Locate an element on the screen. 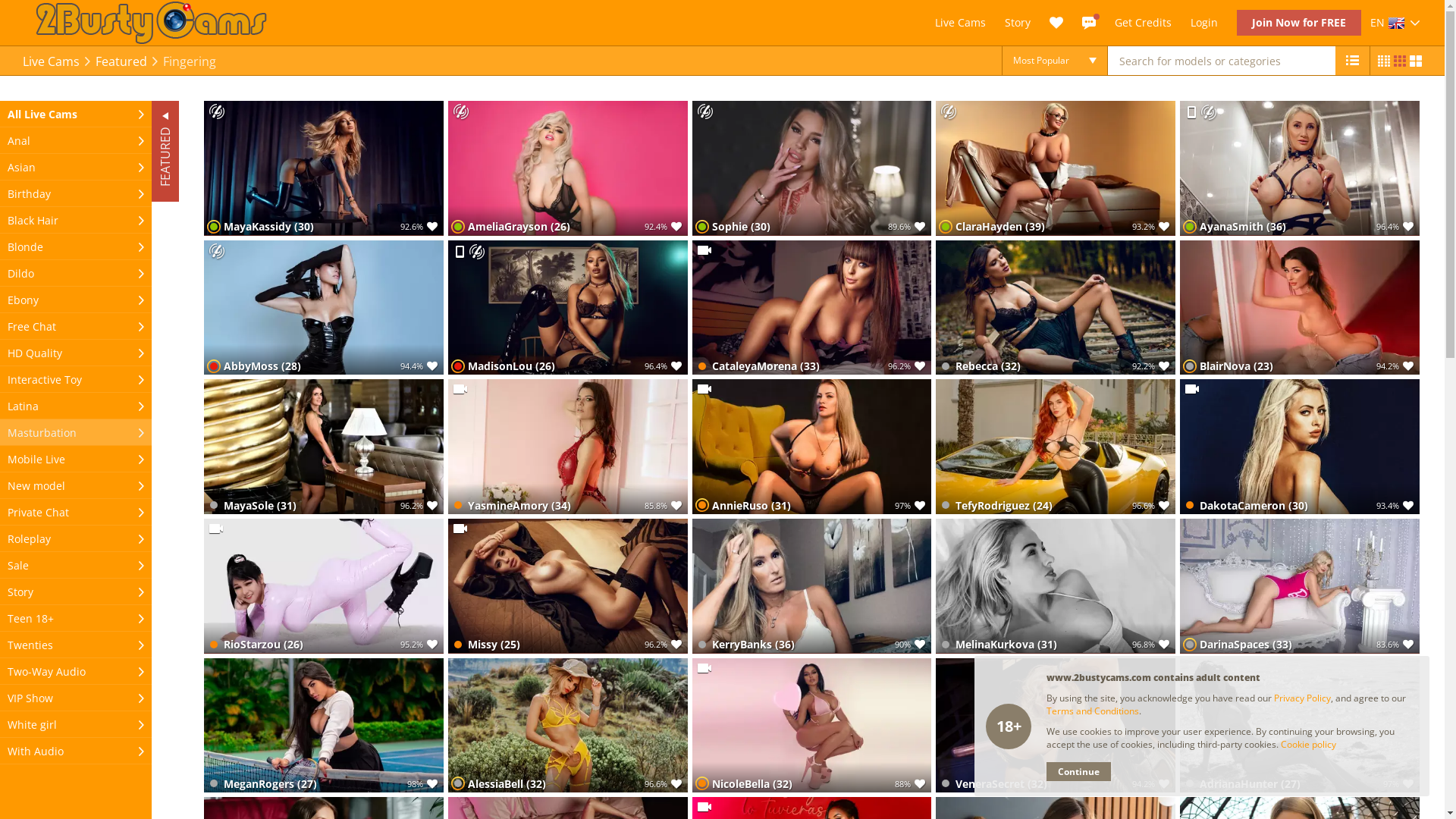 The image size is (1456, 819). 'TefyRodriguez (24) is located at coordinates (1055, 446).